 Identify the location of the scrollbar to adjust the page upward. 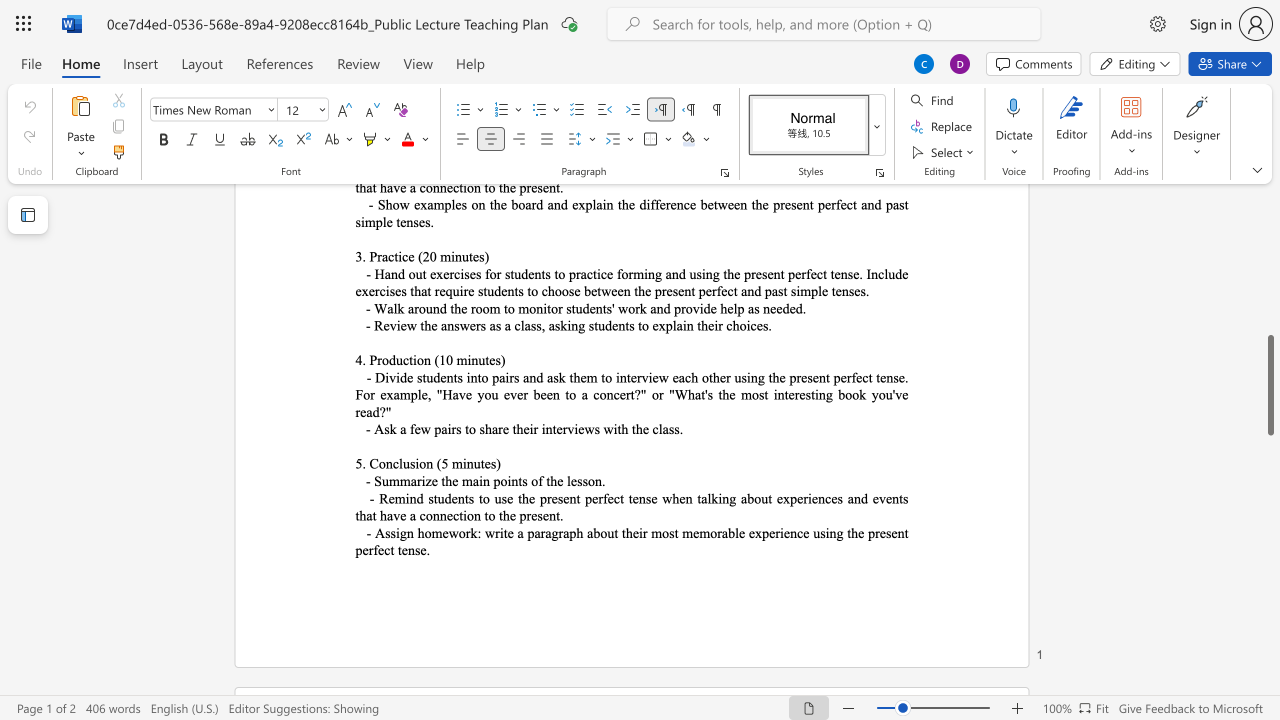
(1269, 248).